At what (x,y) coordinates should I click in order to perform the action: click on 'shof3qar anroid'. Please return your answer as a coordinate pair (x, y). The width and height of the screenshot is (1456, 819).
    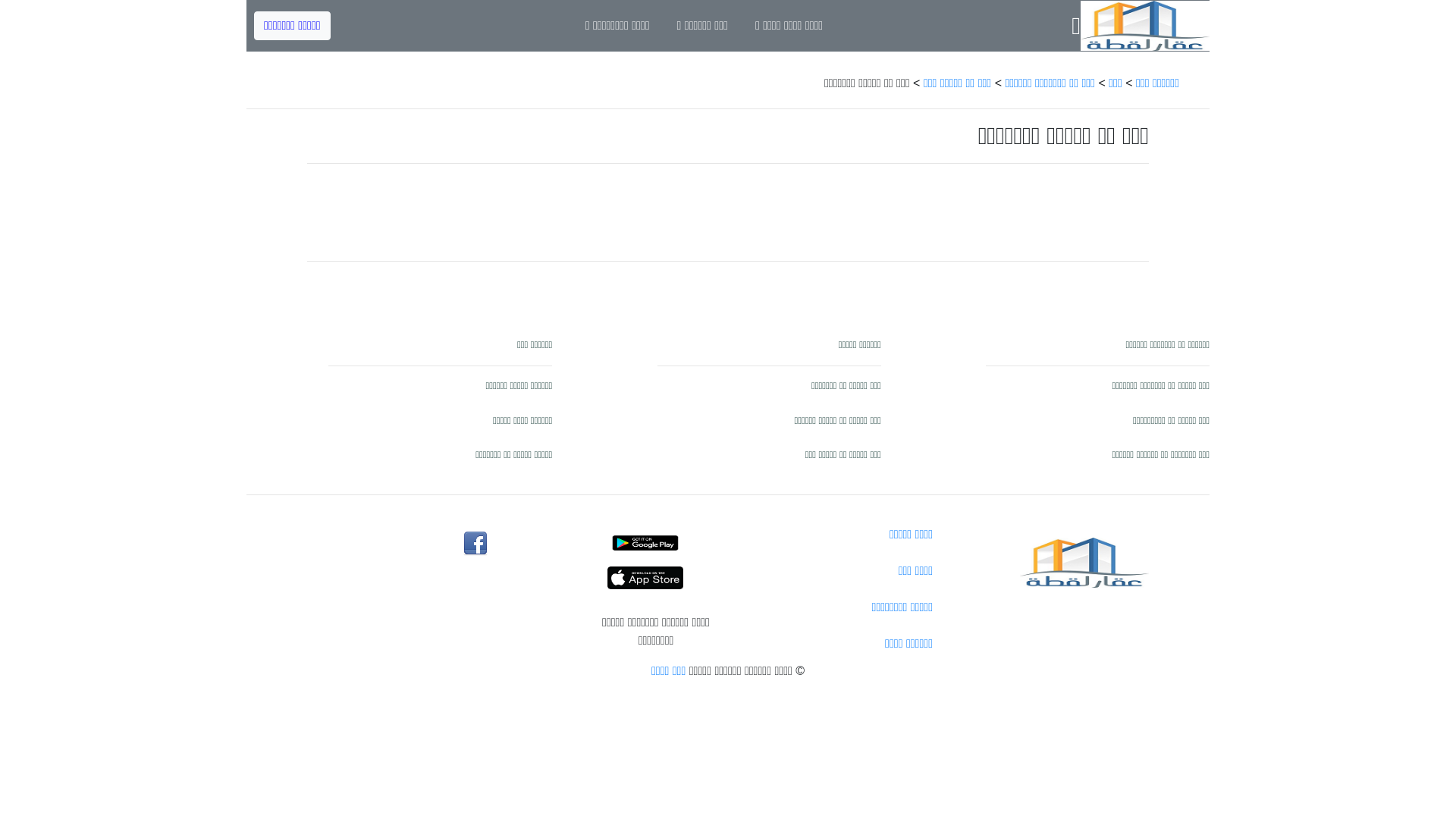
    Looking at the image, I should click on (595, 542).